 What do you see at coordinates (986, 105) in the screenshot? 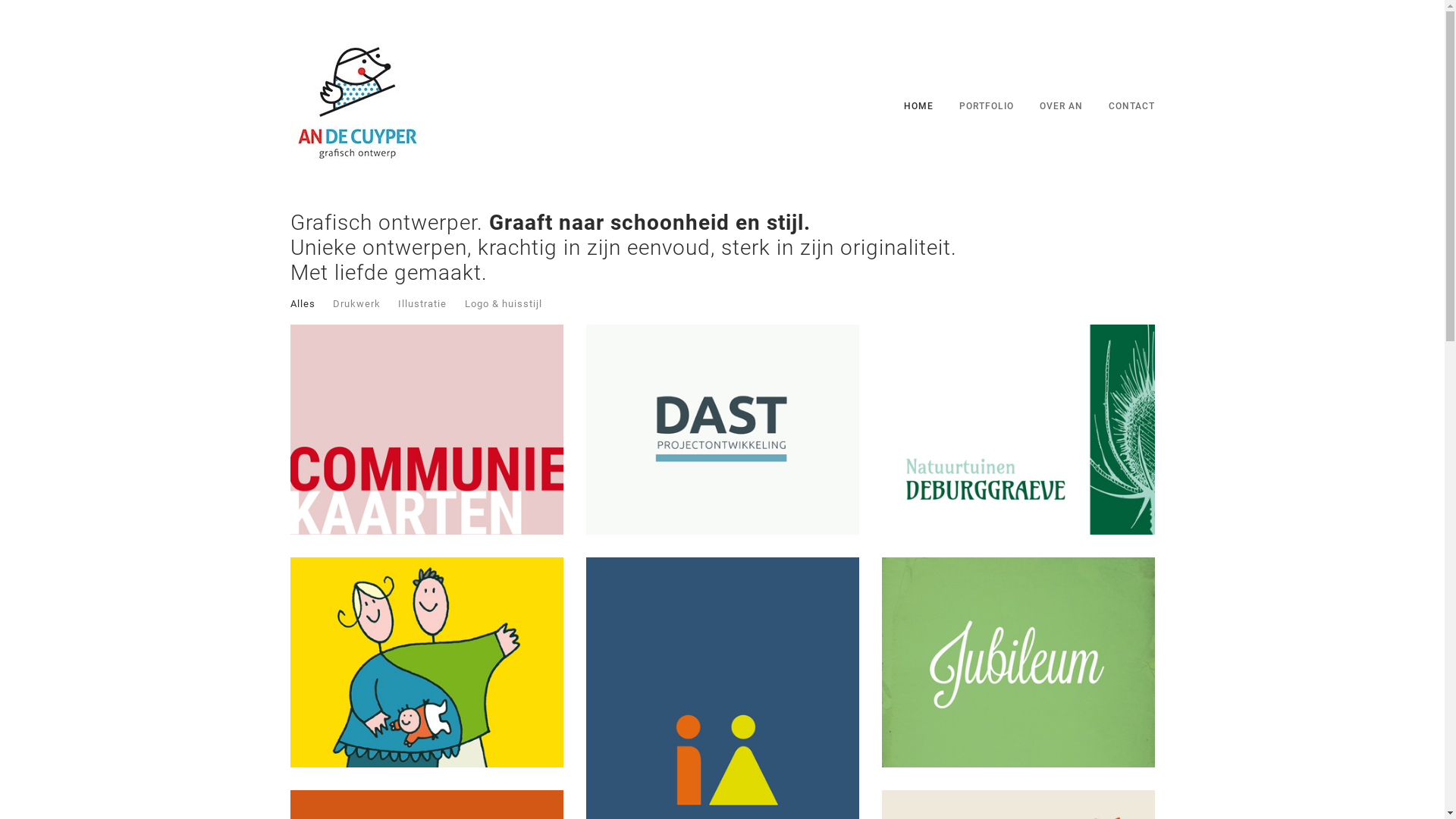
I see `'PORTFOLIO'` at bounding box center [986, 105].